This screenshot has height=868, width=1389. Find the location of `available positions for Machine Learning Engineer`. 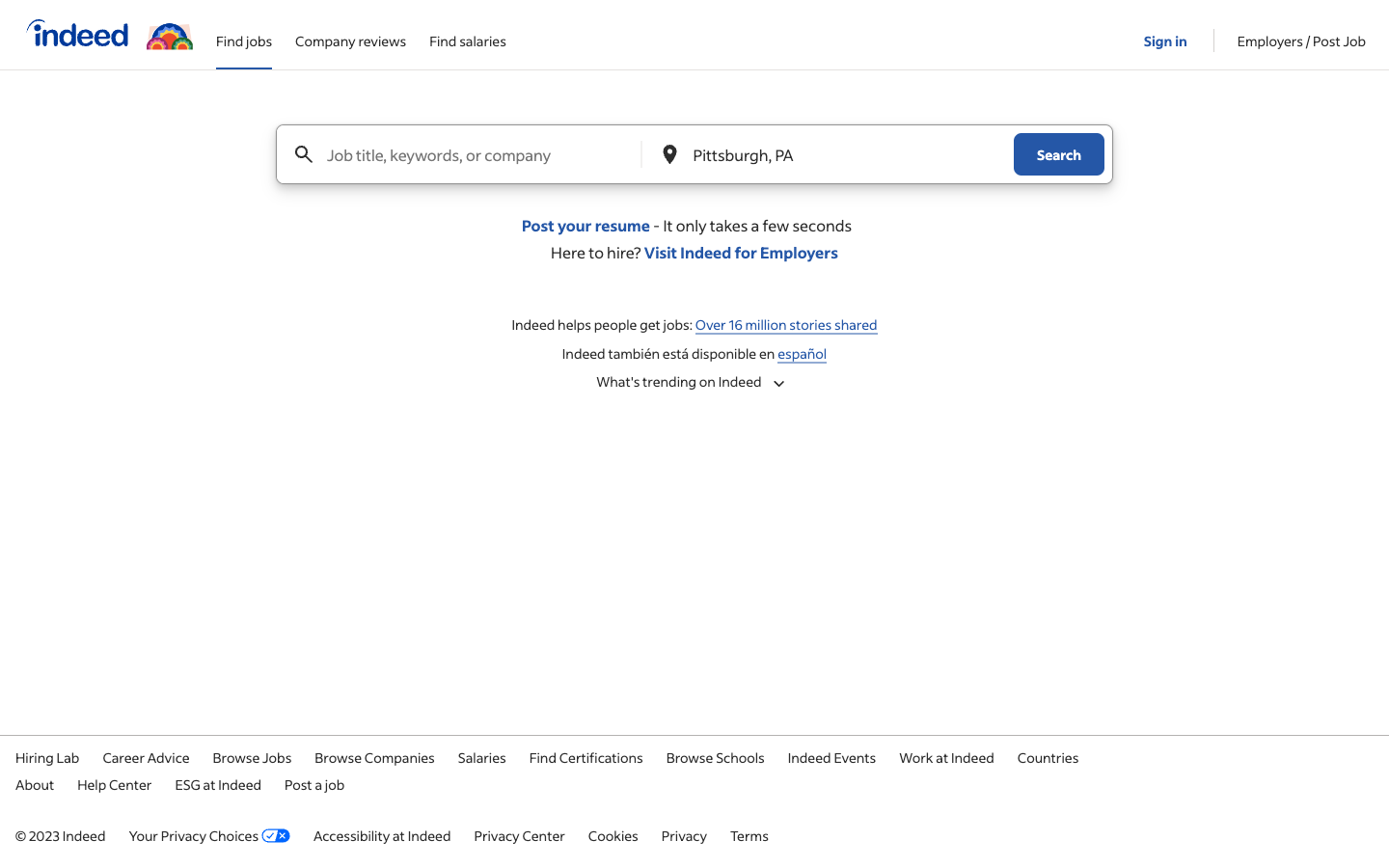

available positions for Machine Learning Engineer is located at coordinates (480, 154).